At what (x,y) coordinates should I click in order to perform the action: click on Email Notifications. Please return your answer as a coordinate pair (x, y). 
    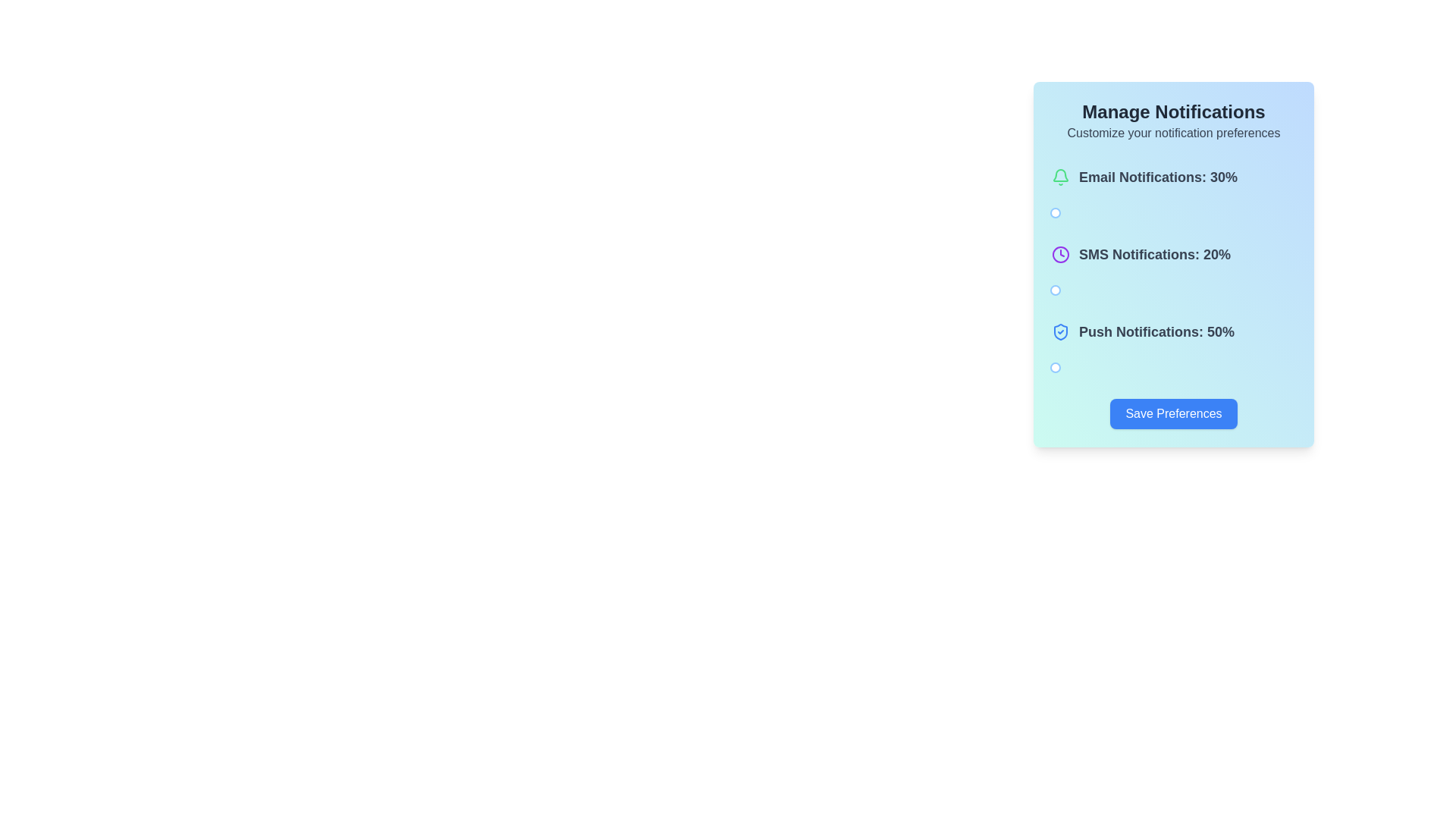
    Looking at the image, I should click on (1046, 213).